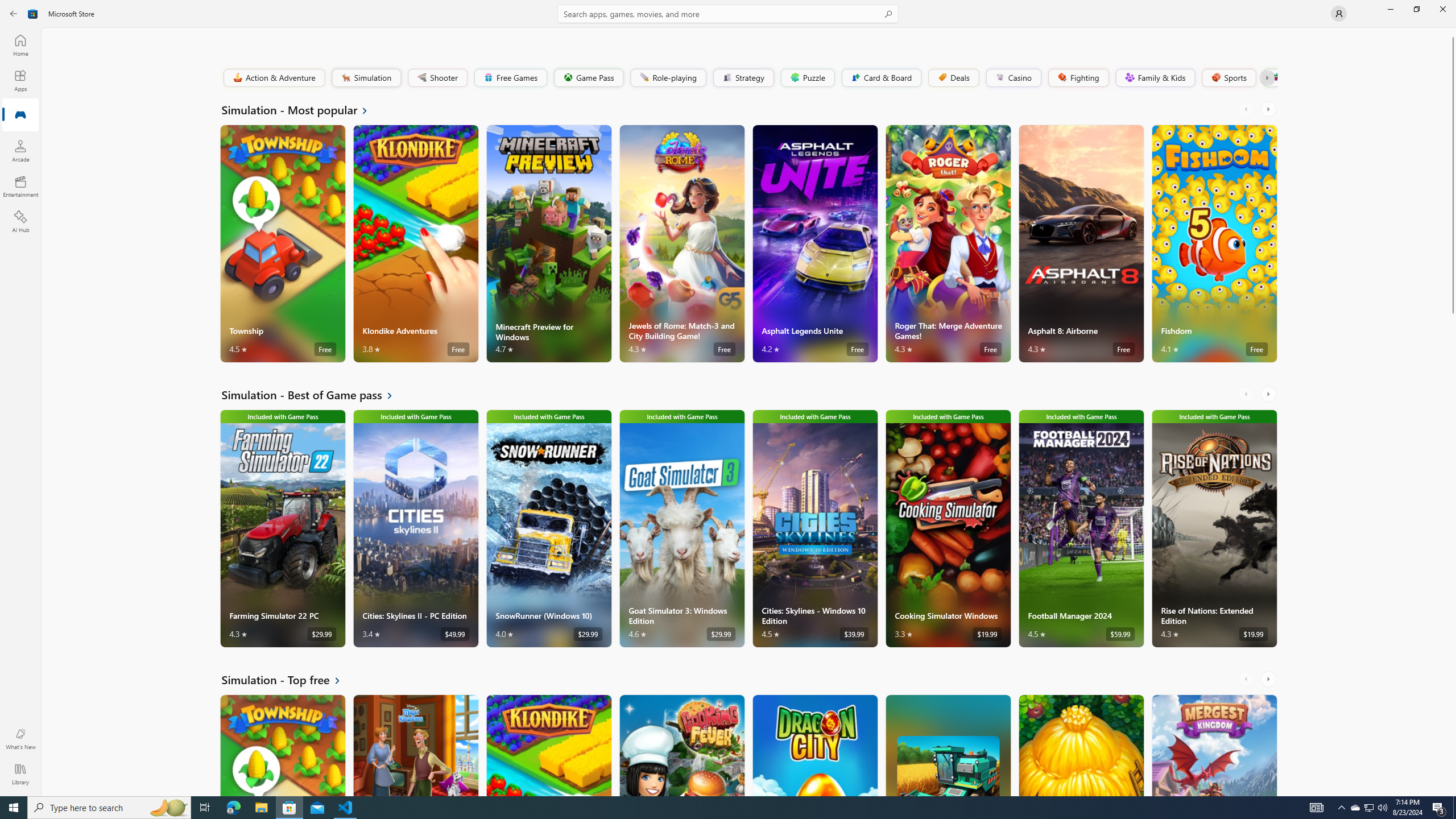 The width and height of the screenshot is (1456, 819). Describe the element at coordinates (14, 13) in the screenshot. I see `'Back'` at that location.